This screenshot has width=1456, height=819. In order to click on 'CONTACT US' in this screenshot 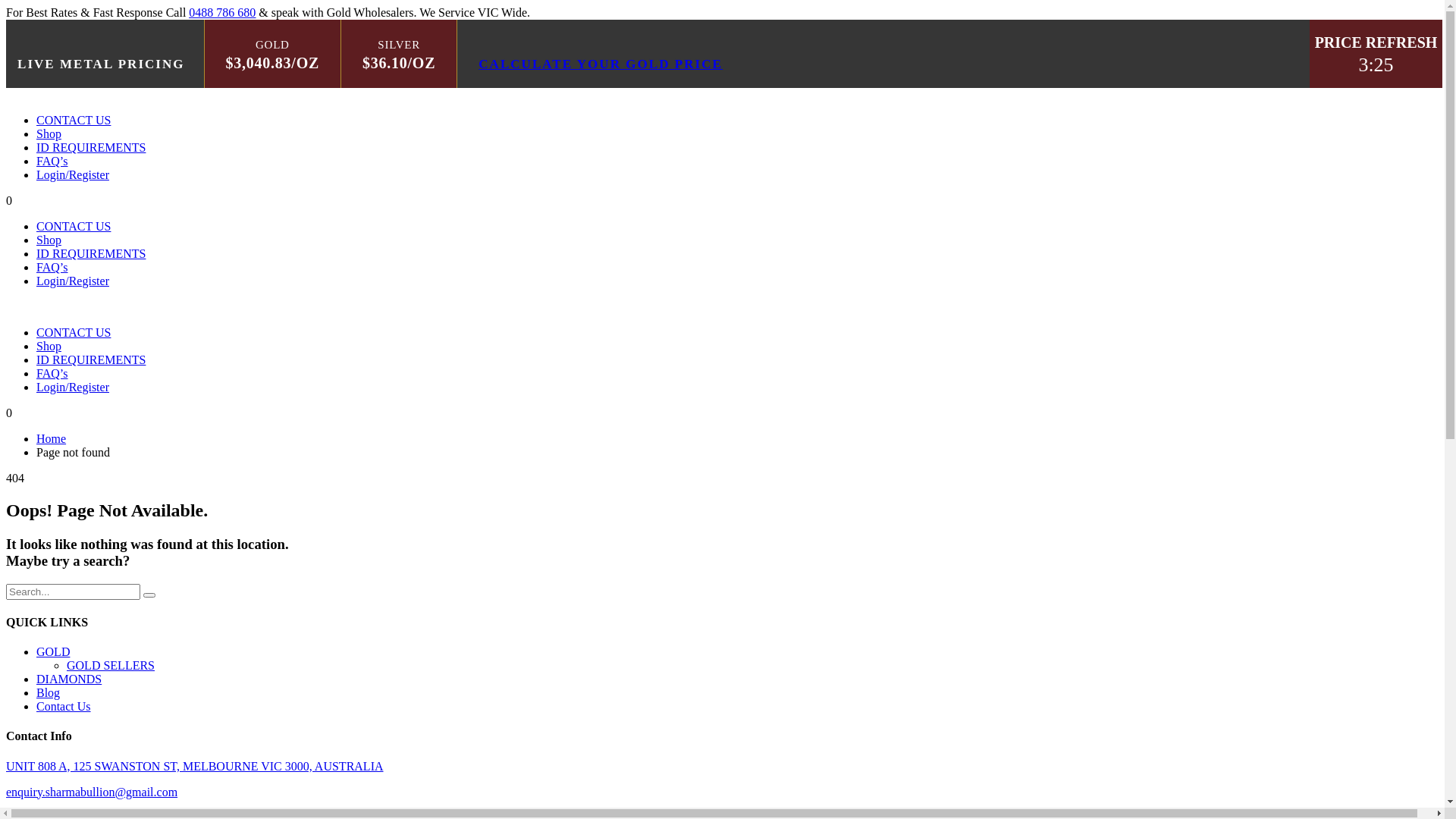, I will do `click(72, 226)`.